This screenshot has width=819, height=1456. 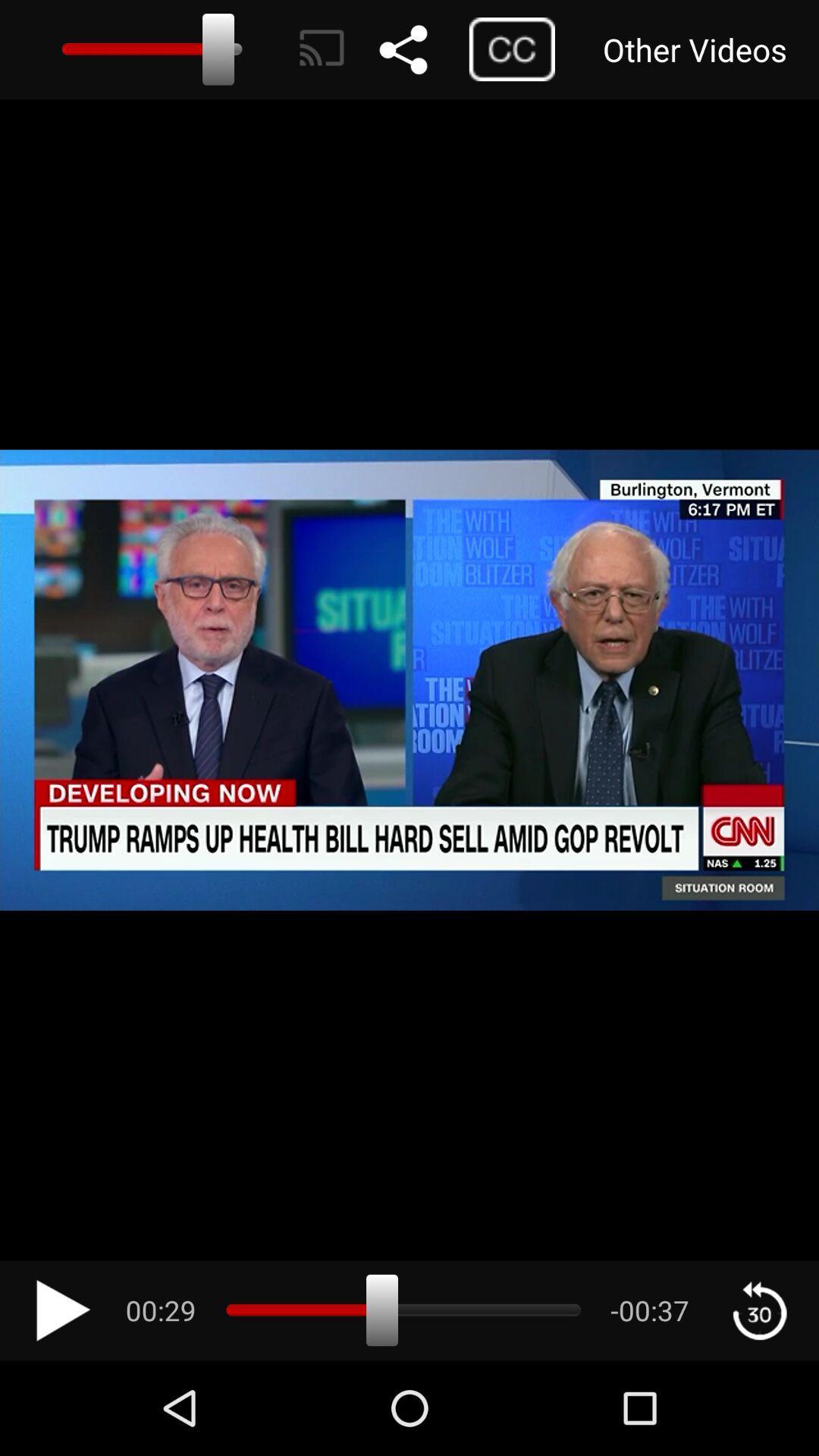 What do you see at coordinates (759, 1310) in the screenshot?
I see `the av_rewind icon` at bounding box center [759, 1310].